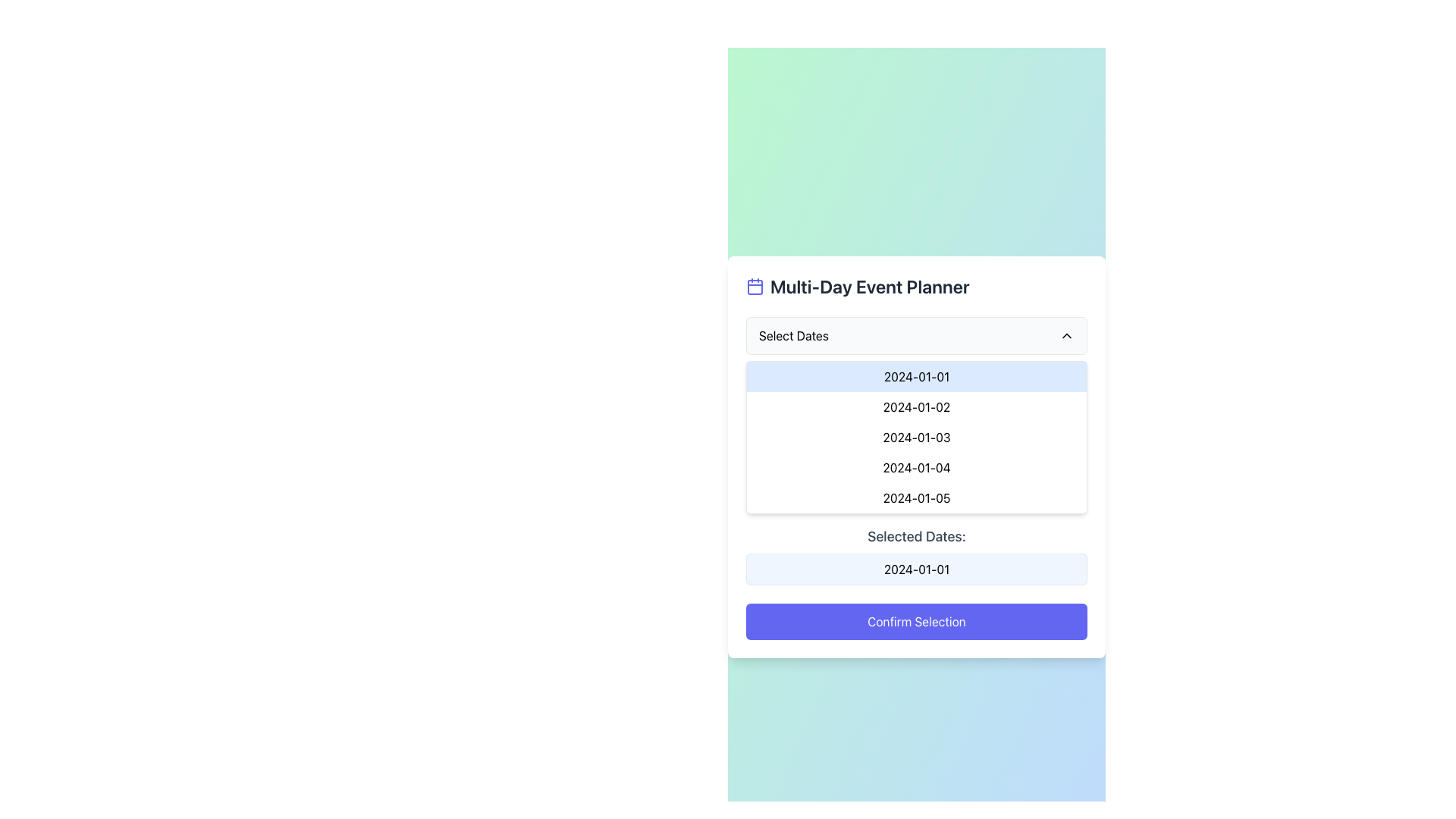  I want to click on the first selectable date option in the dropdown menu, so click(916, 376).